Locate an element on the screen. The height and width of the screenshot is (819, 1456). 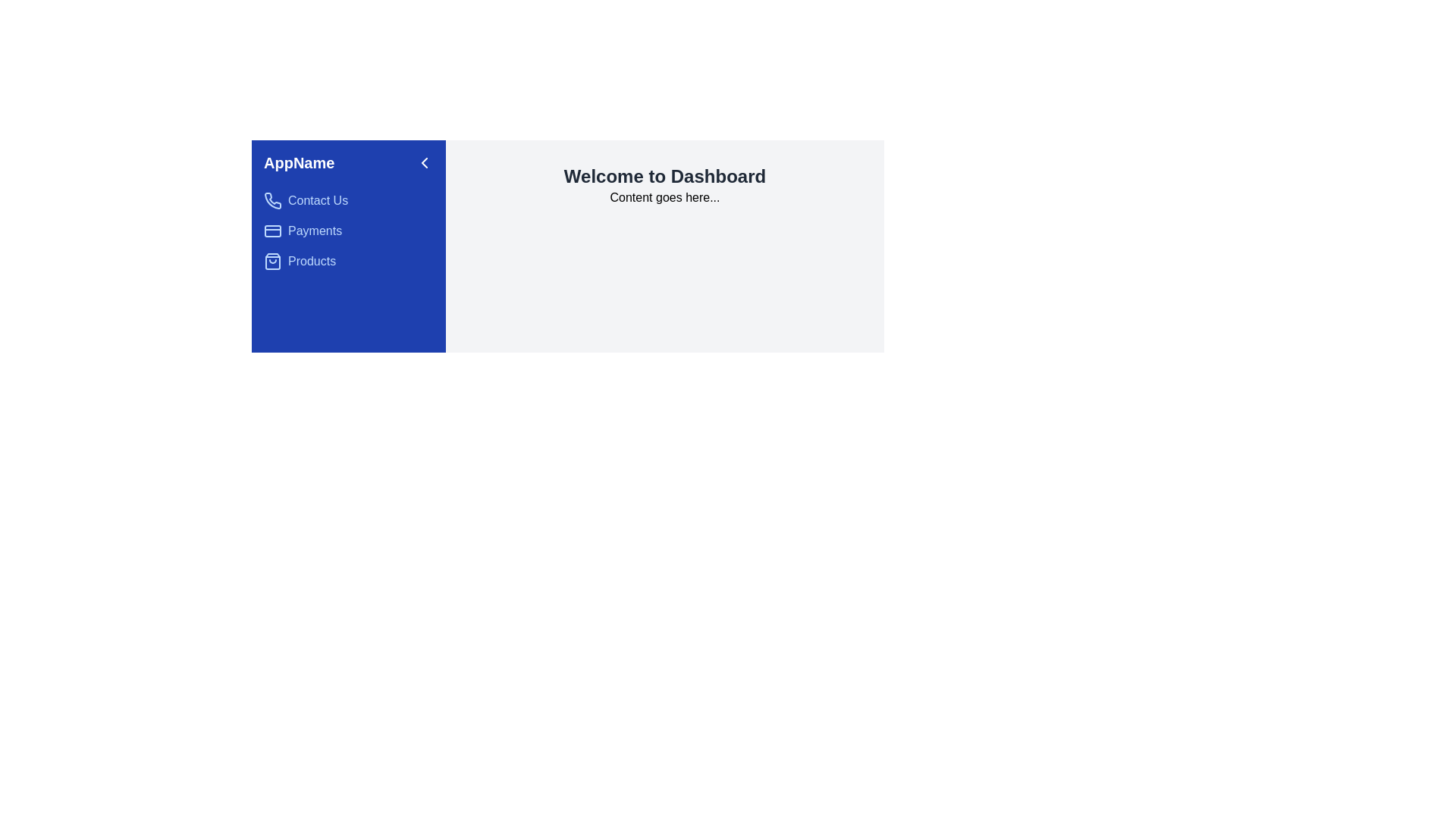
the 'Contact Us' menu item in the SidebarMenu is located at coordinates (348, 200).